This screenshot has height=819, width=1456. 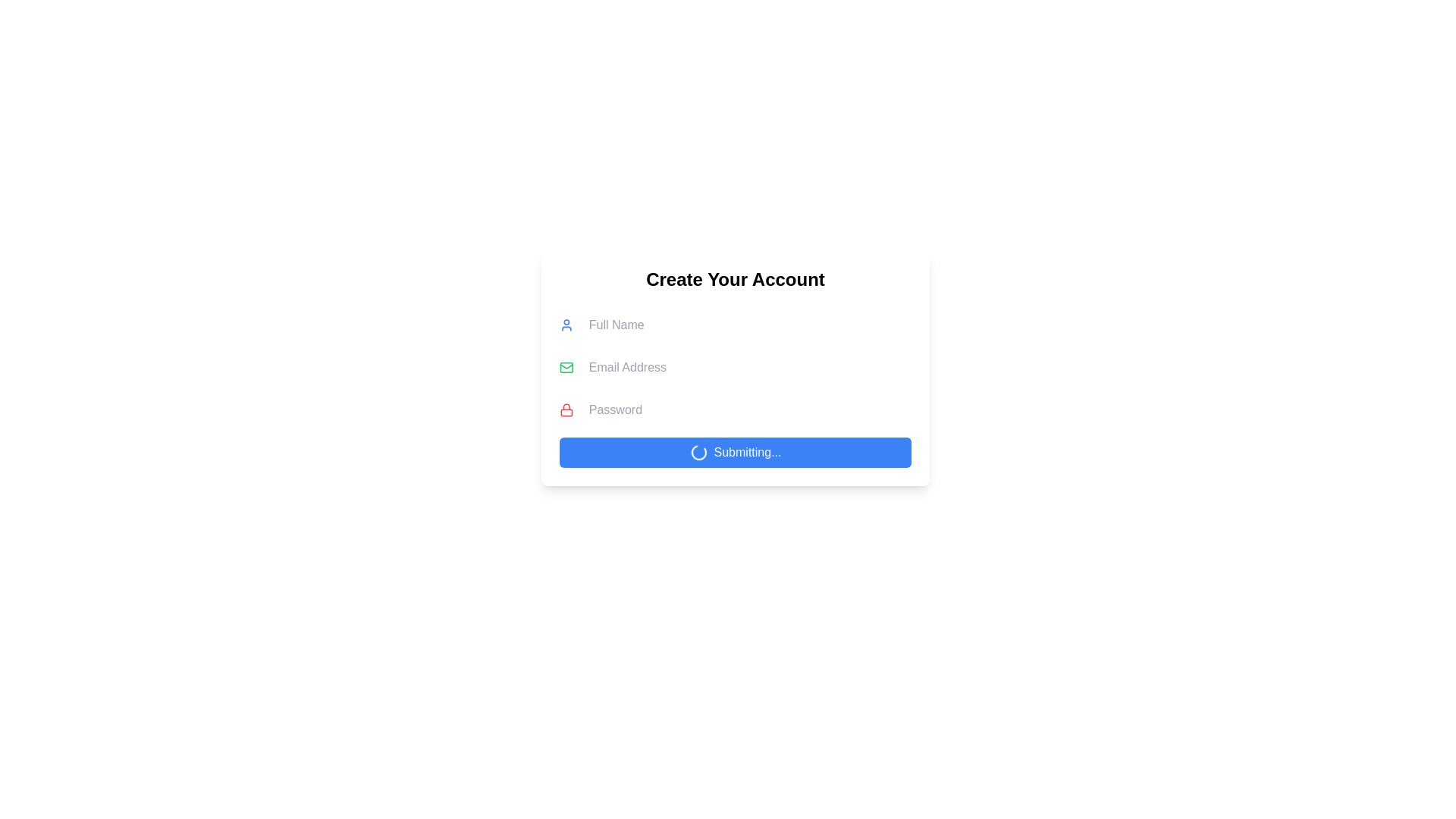 What do you see at coordinates (698, 452) in the screenshot?
I see `the loading spinner icon located inside the 'Submitting...' button, positioned to the left of the text and centered vertically within the button` at bounding box center [698, 452].